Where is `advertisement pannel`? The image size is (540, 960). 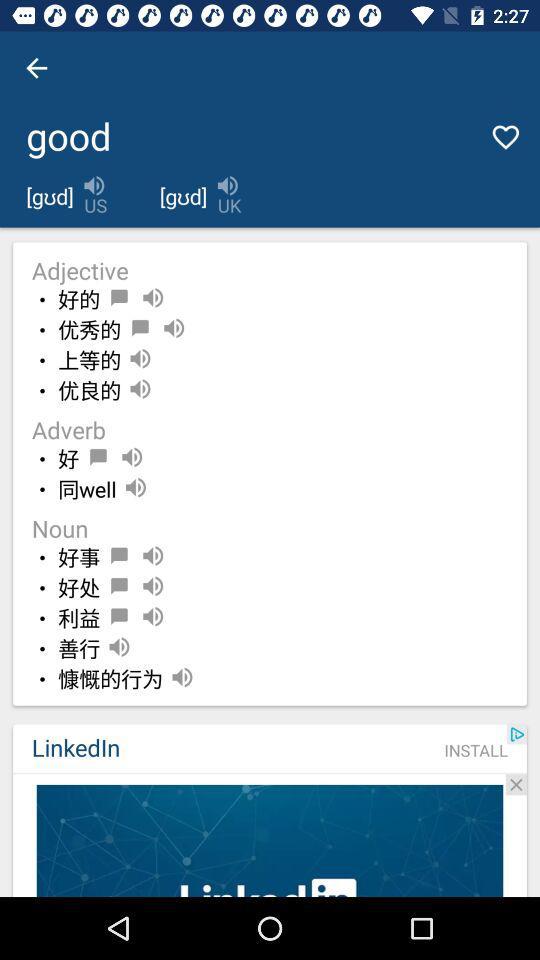 advertisement pannel is located at coordinates (270, 840).